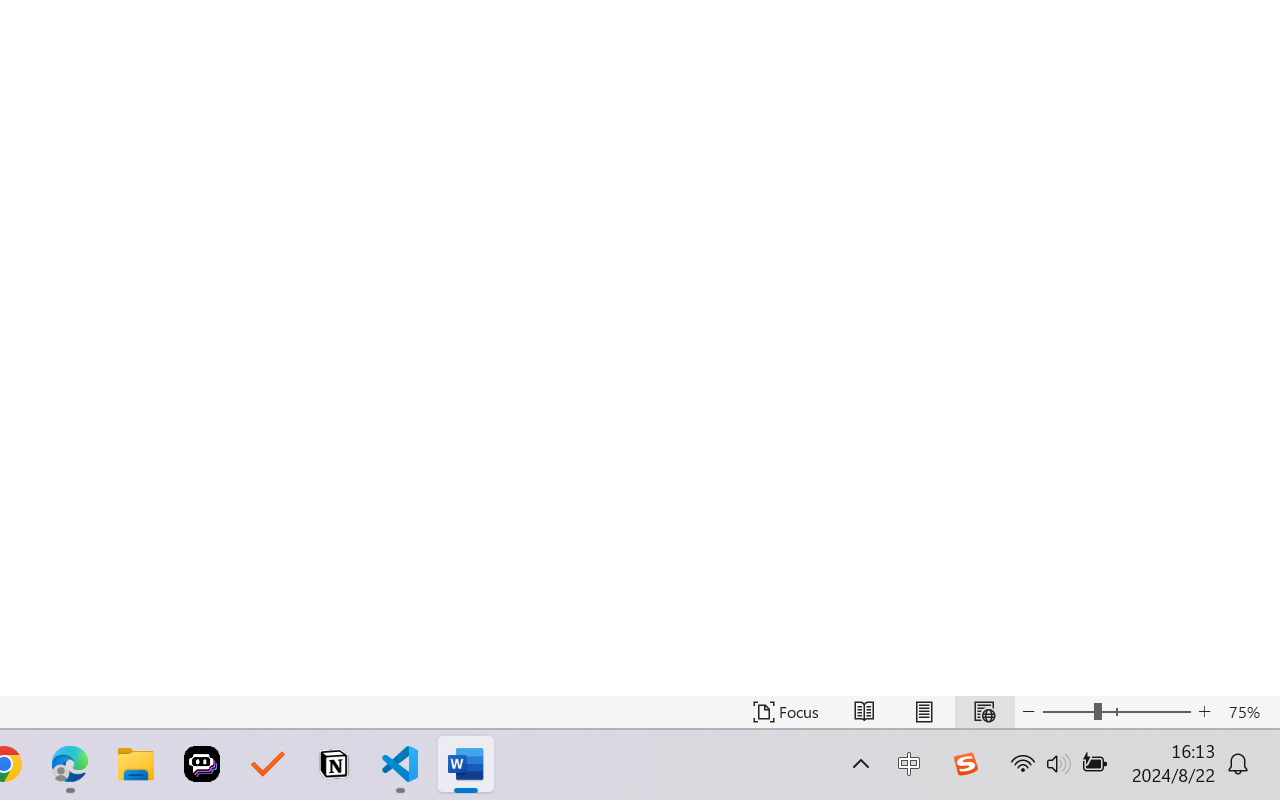 The image size is (1280, 800). Describe the element at coordinates (1115, 711) in the screenshot. I see `'Zoom'` at that location.